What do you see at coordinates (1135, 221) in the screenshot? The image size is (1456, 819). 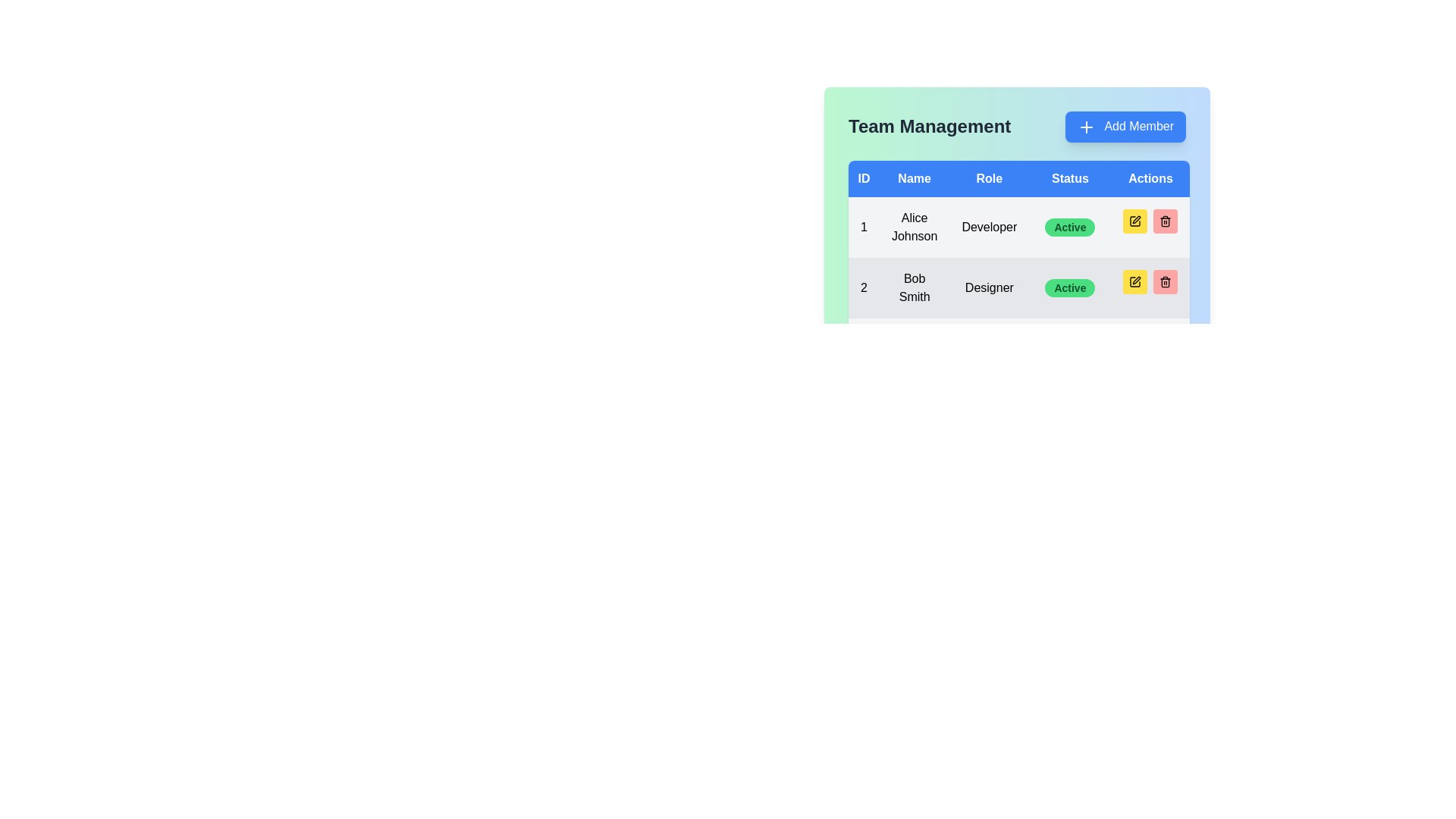 I see `the edit button located in the 'Actions' column of the first row of the table, which is directly to the right of the 'Status' column containing a green 'Active' label, to initiate the editing process` at bounding box center [1135, 221].